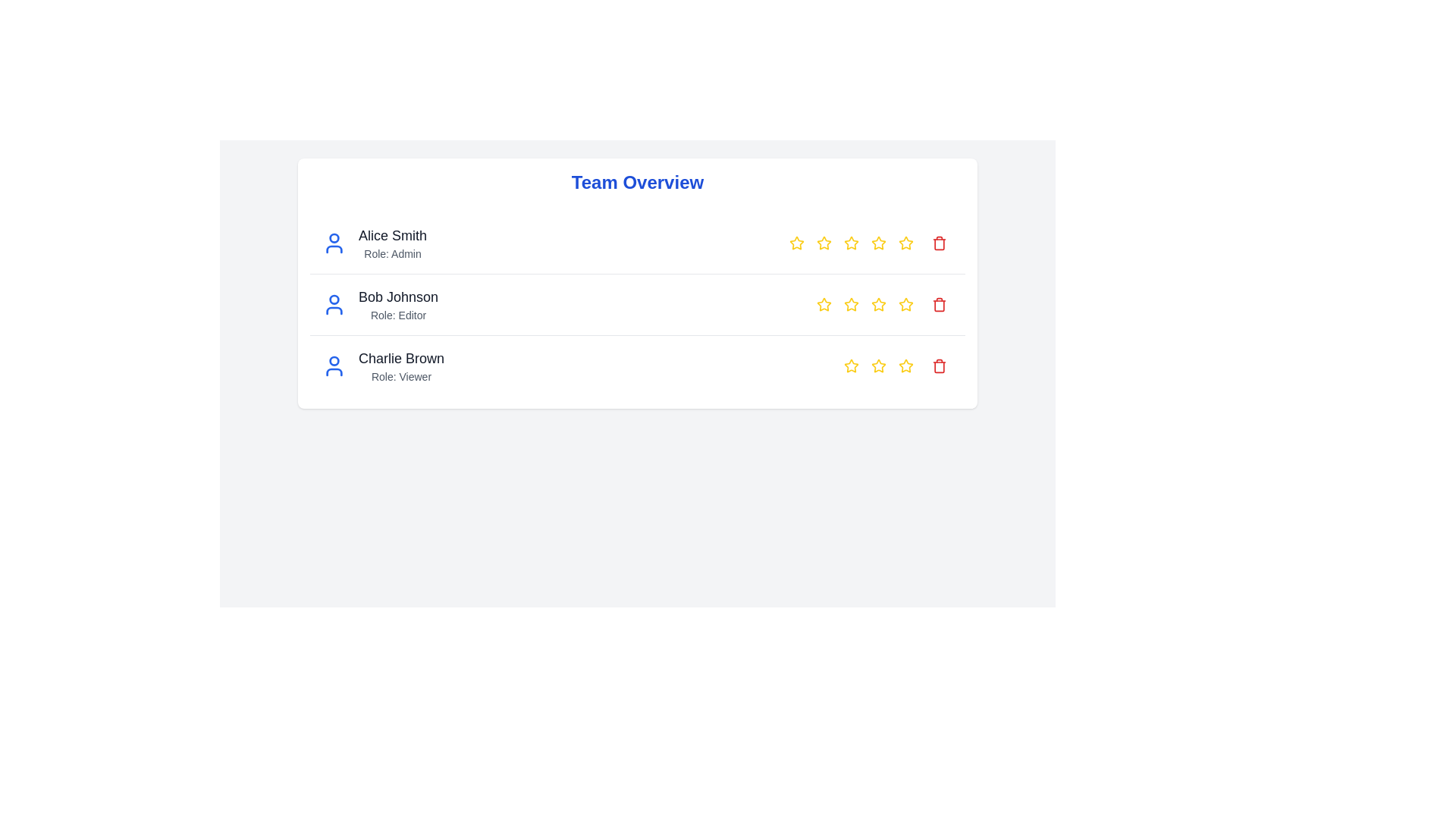  I want to click on the user icon with a bold blue outline that is the leftmost component in the row for 'Alice Smith, Role: Admin', so click(334, 242).